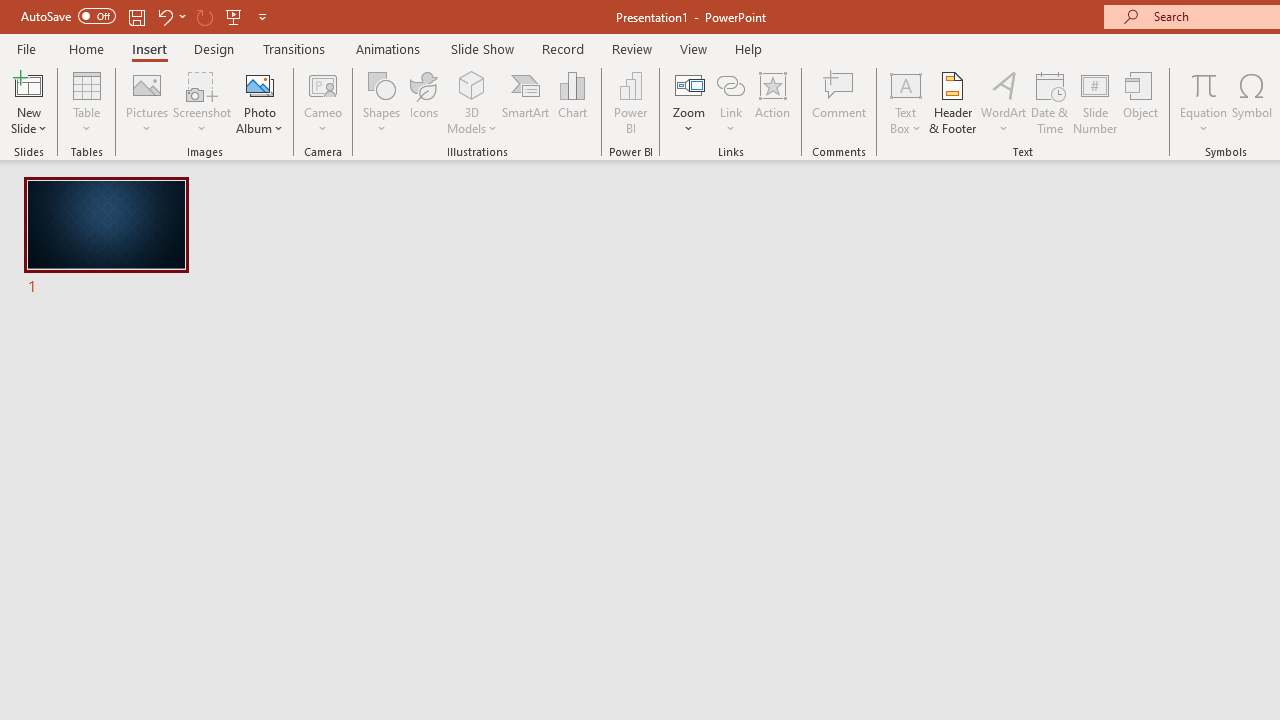 Image resolution: width=1280 pixels, height=720 pixels. Describe the element at coordinates (1004, 103) in the screenshot. I see `'WordArt'` at that location.